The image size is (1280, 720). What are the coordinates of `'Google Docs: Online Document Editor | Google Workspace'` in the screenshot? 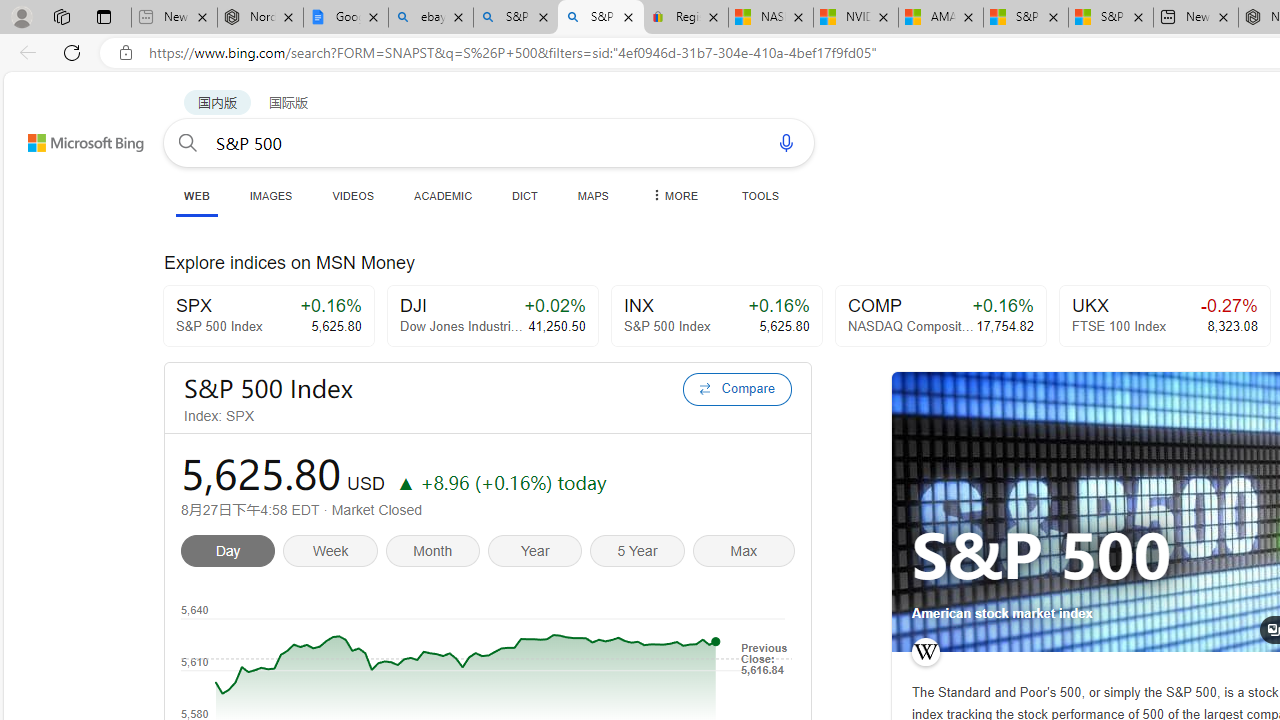 It's located at (345, 17).